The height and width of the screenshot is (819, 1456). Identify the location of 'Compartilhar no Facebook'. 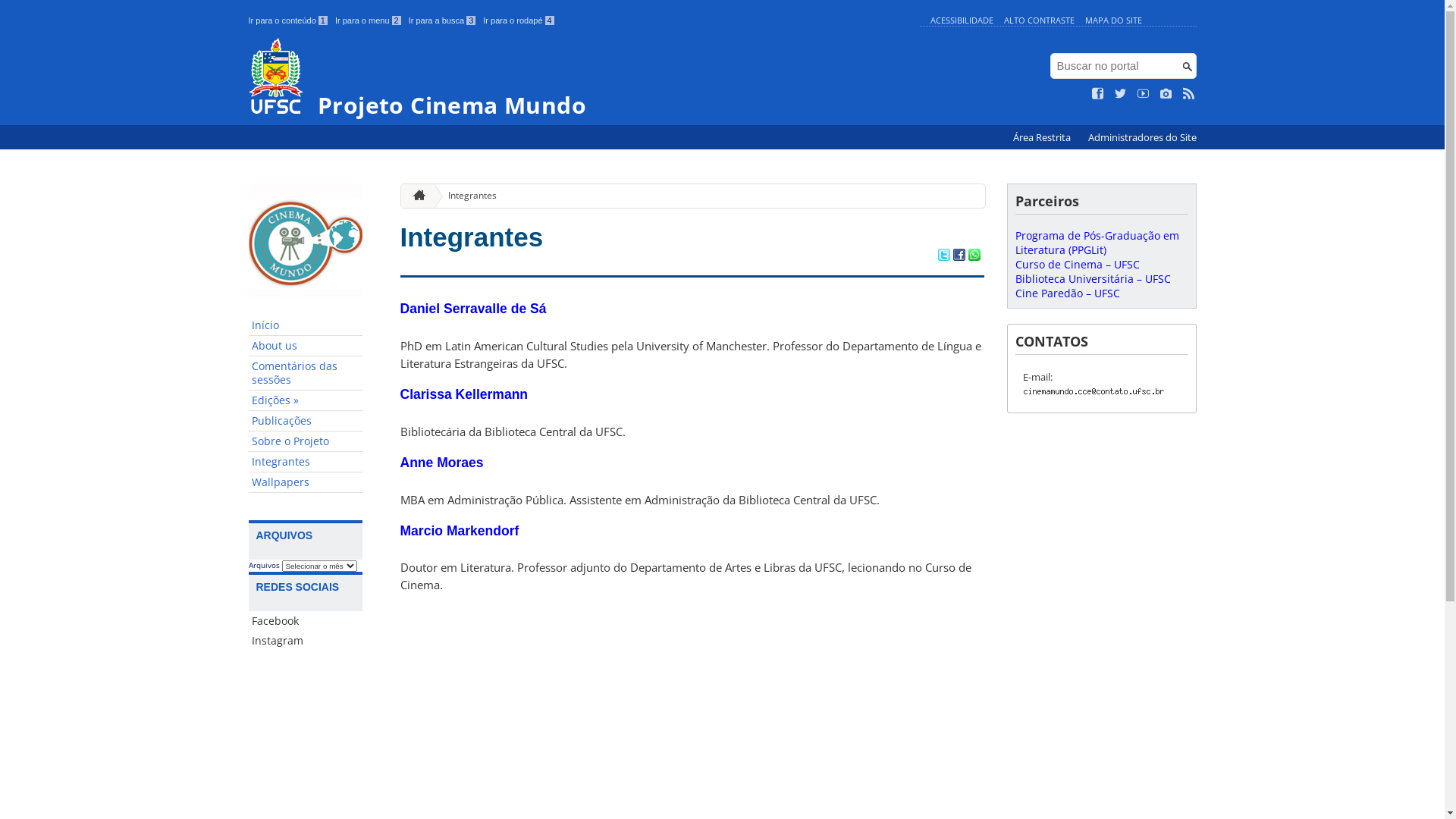
(957, 256).